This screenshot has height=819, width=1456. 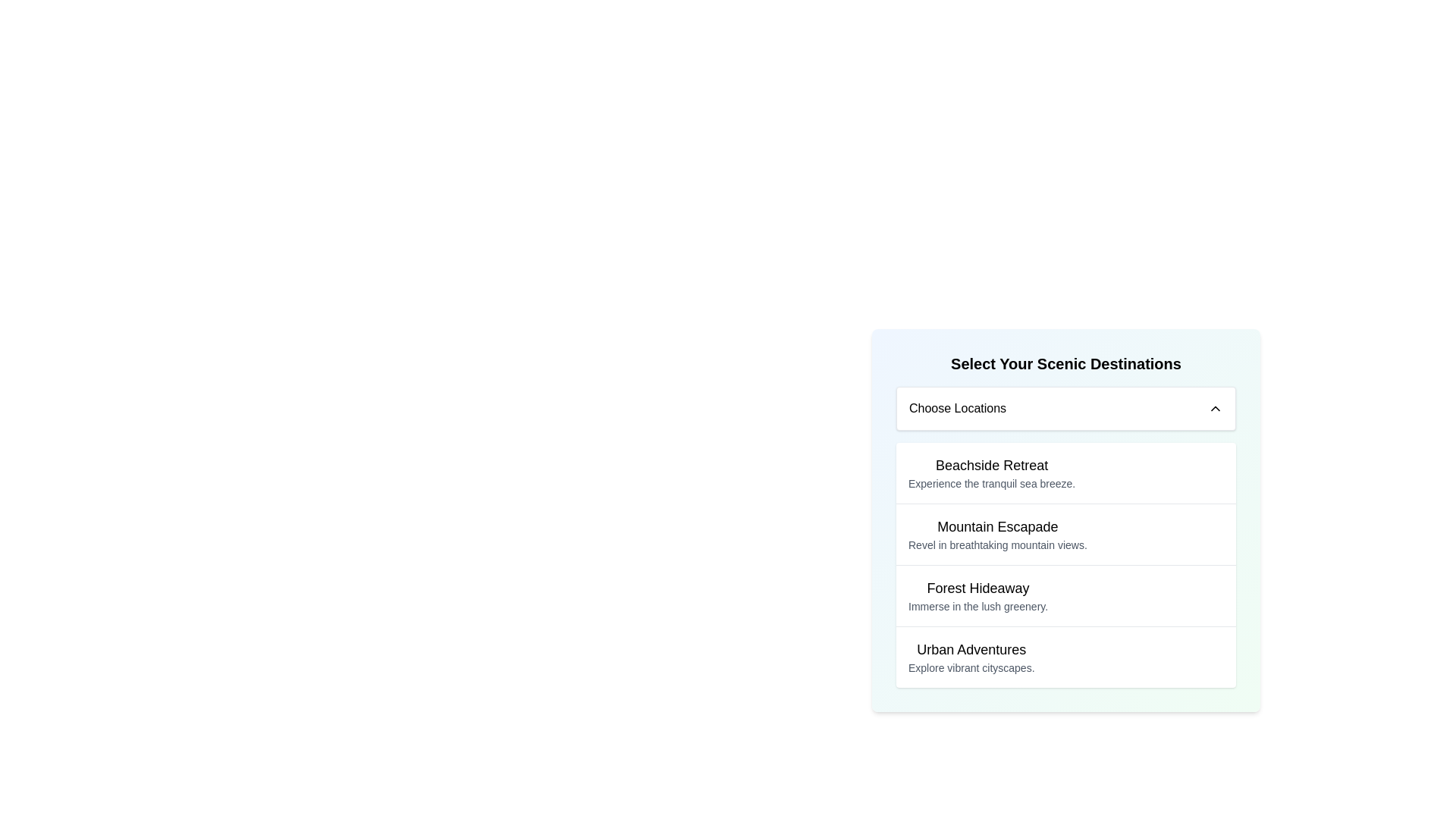 What do you see at coordinates (992, 472) in the screenshot?
I see `the text element presenting the title and description for 'Beachside Retreat'` at bounding box center [992, 472].